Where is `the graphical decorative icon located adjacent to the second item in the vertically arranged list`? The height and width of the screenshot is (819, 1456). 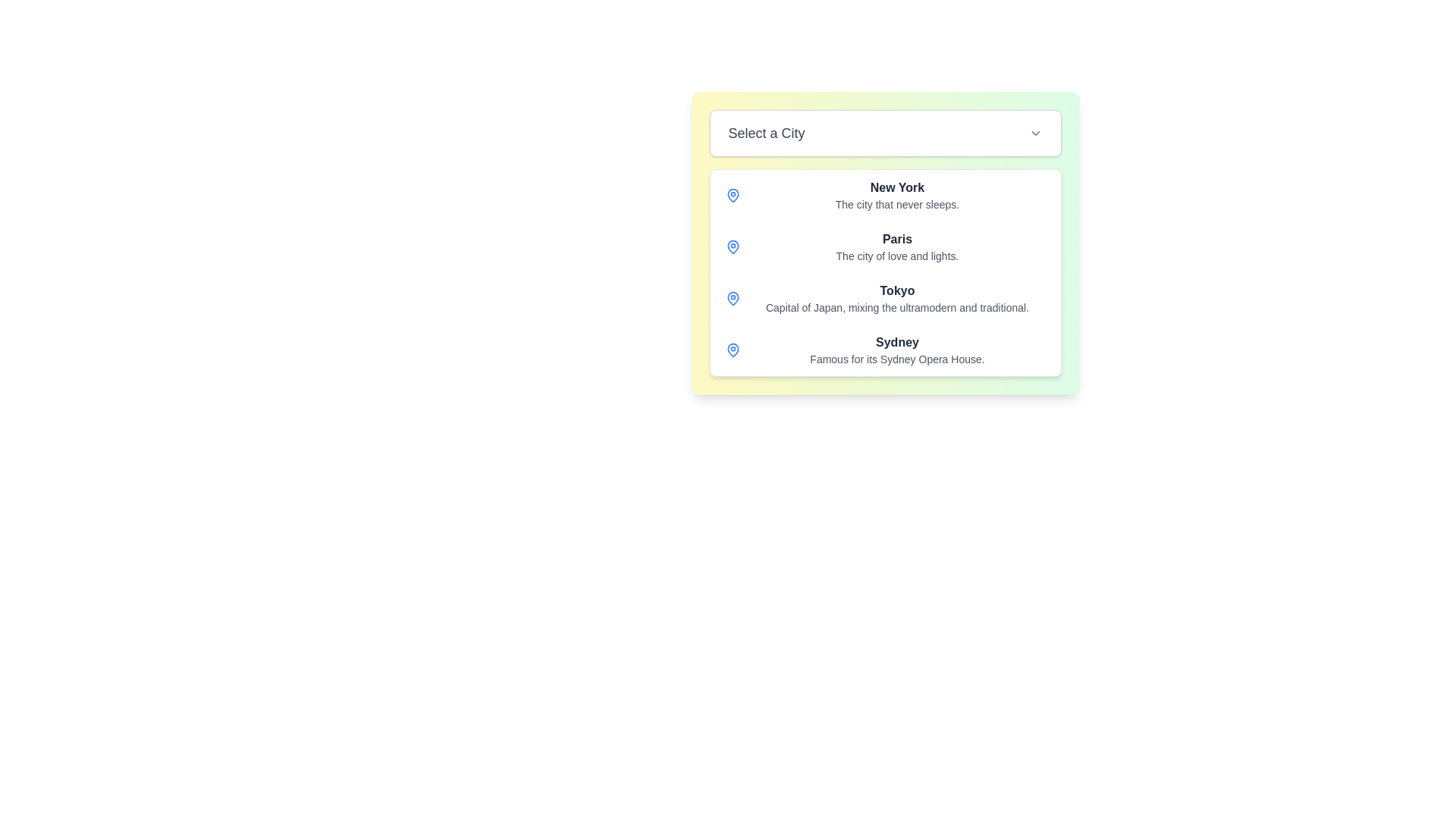
the graphical decorative icon located adjacent to the second item in the vertically arranged list is located at coordinates (733, 246).